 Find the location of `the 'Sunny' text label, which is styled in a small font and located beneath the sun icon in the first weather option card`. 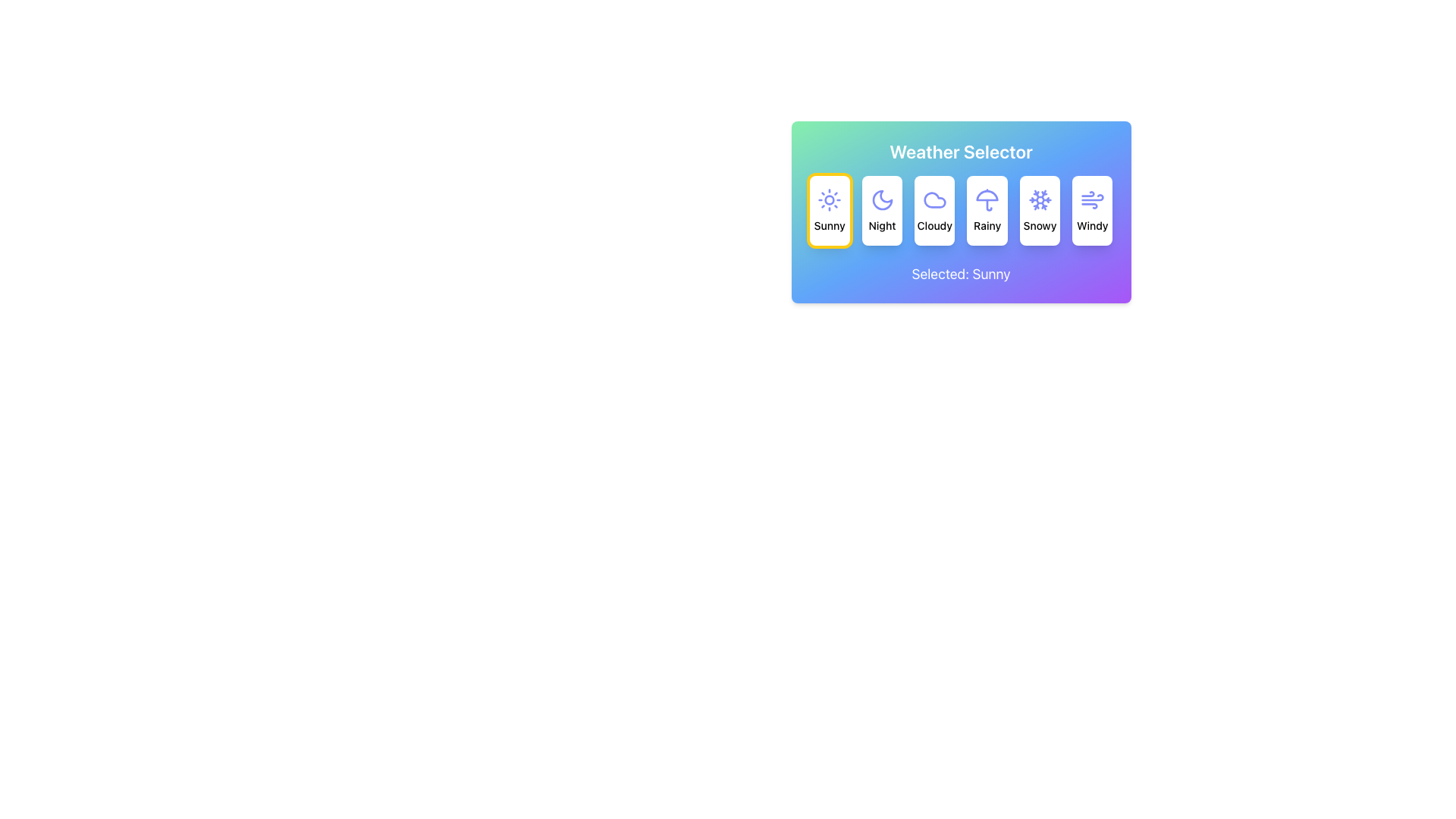

the 'Sunny' text label, which is styled in a small font and located beneath the sun icon in the first weather option card is located at coordinates (829, 225).